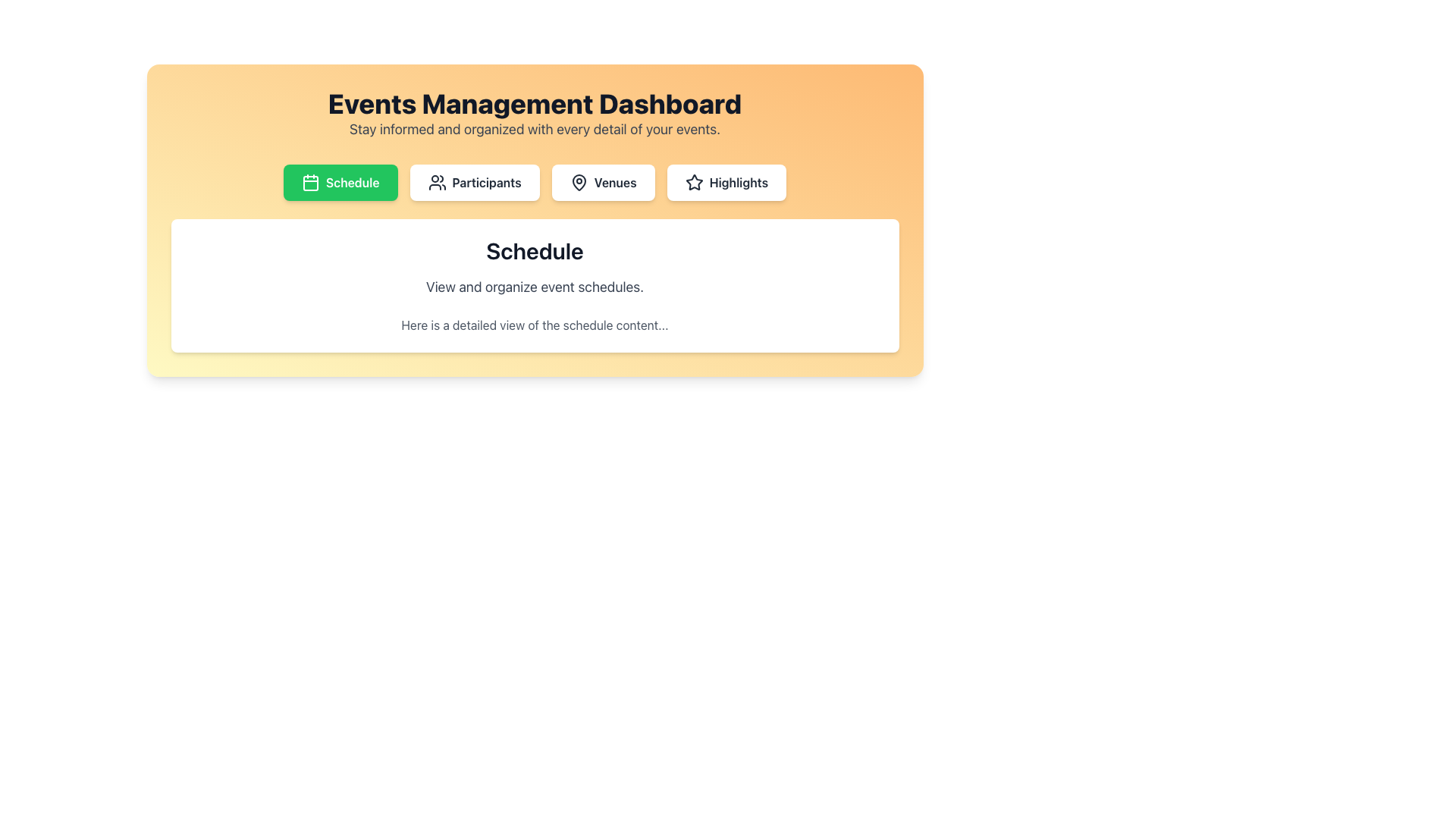 The image size is (1456, 819). Describe the element at coordinates (309, 181) in the screenshot. I see `the rectangular calendar icon inside the green 'Schedule' button, which is the leftmost item in the row of buttons at the top section of the interface` at that location.